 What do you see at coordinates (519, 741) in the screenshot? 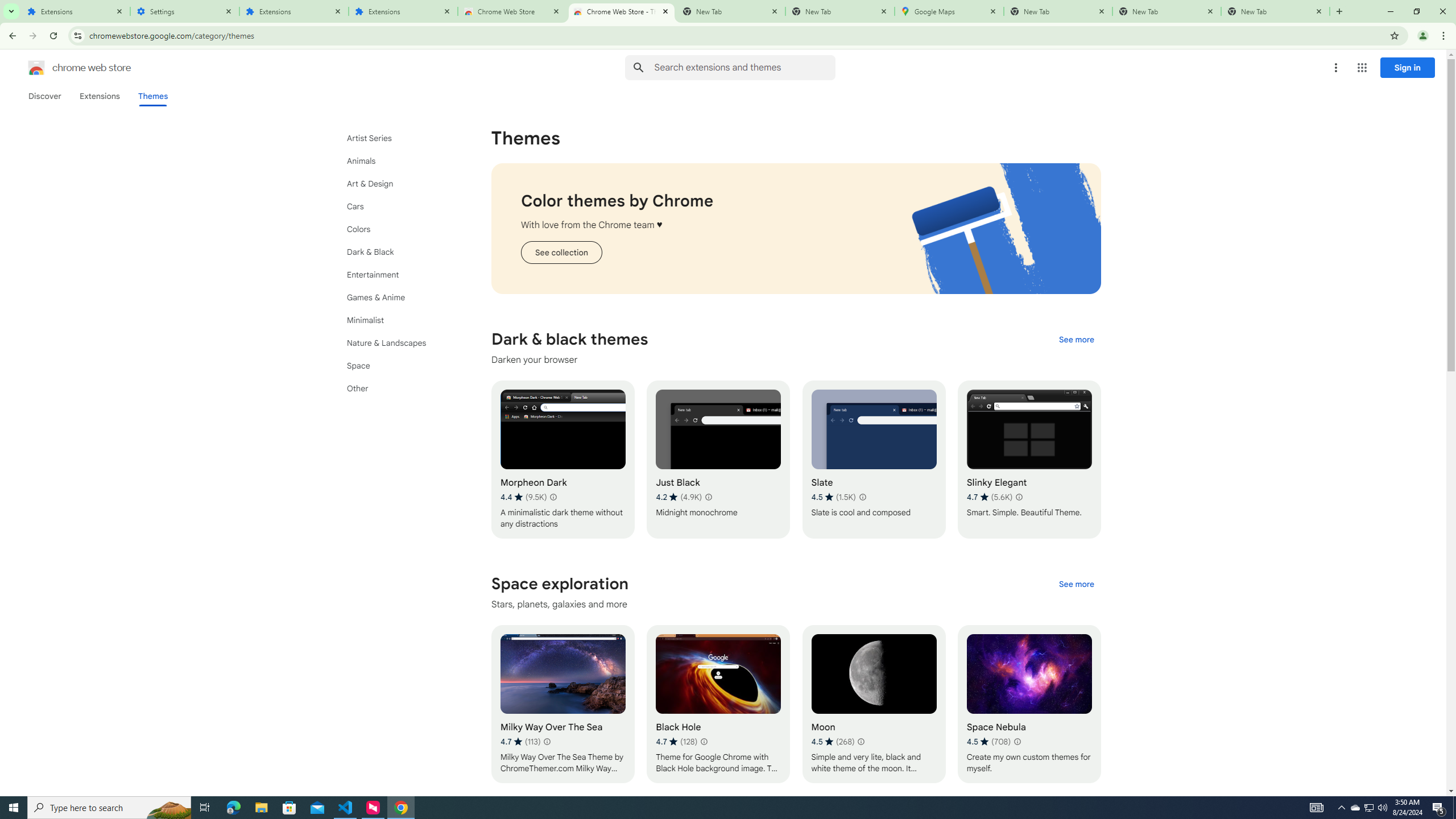
I see `'Average rating 4.7 out of 5 stars. 113 ratings.'` at bounding box center [519, 741].